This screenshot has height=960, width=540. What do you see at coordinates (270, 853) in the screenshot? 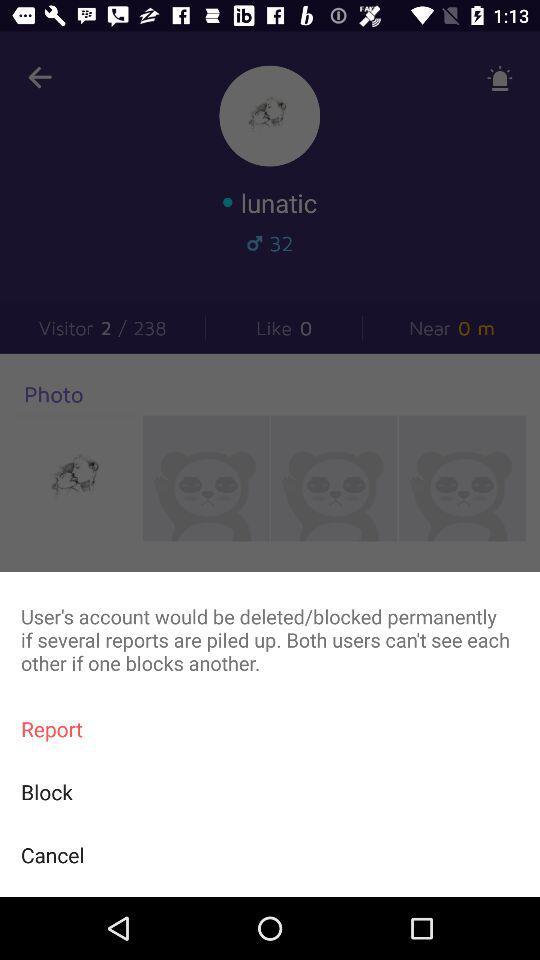
I see `cancel button` at bounding box center [270, 853].